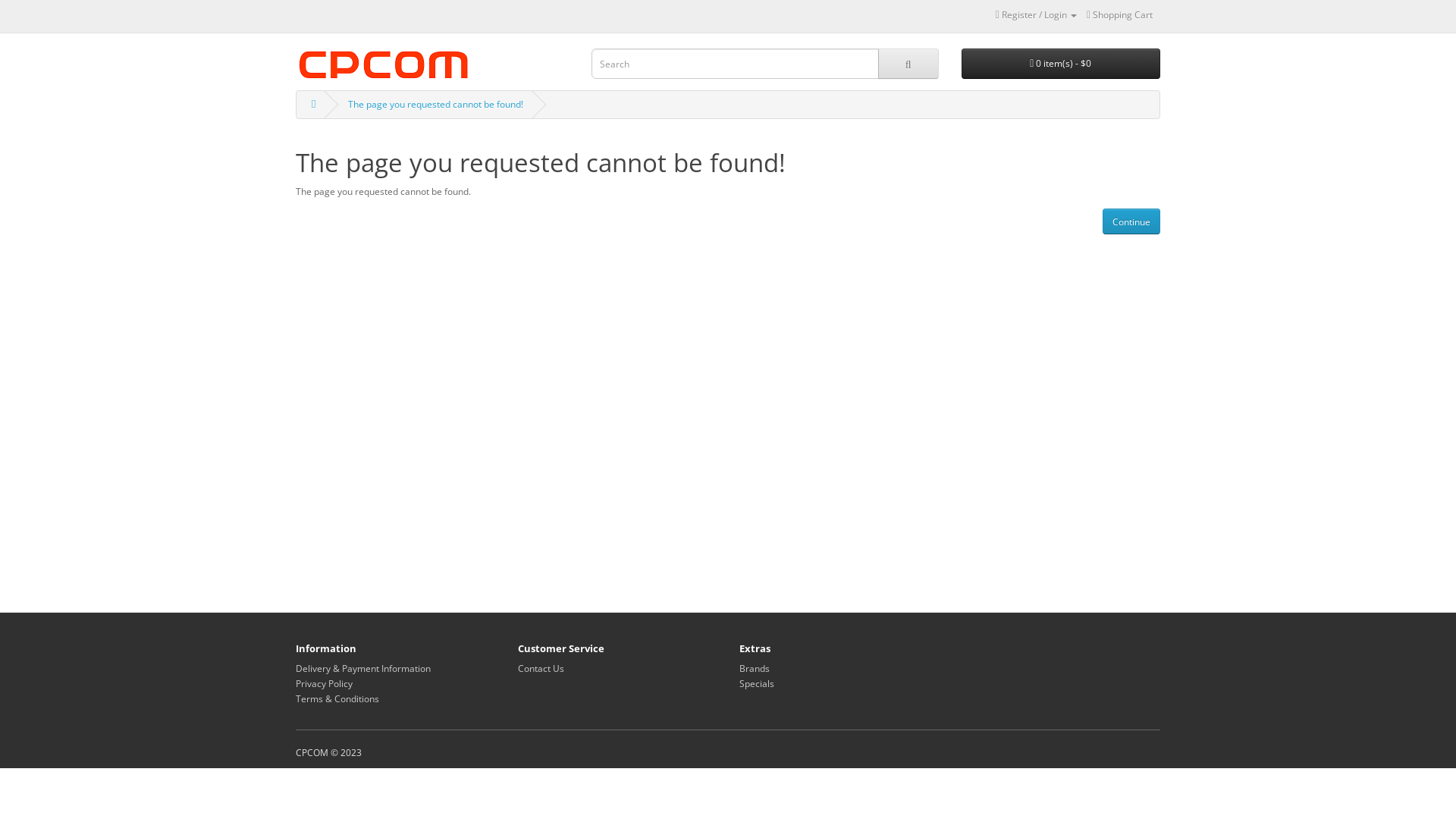 This screenshot has height=819, width=1456. I want to click on 'Delivery & Payment Information', so click(362, 667).